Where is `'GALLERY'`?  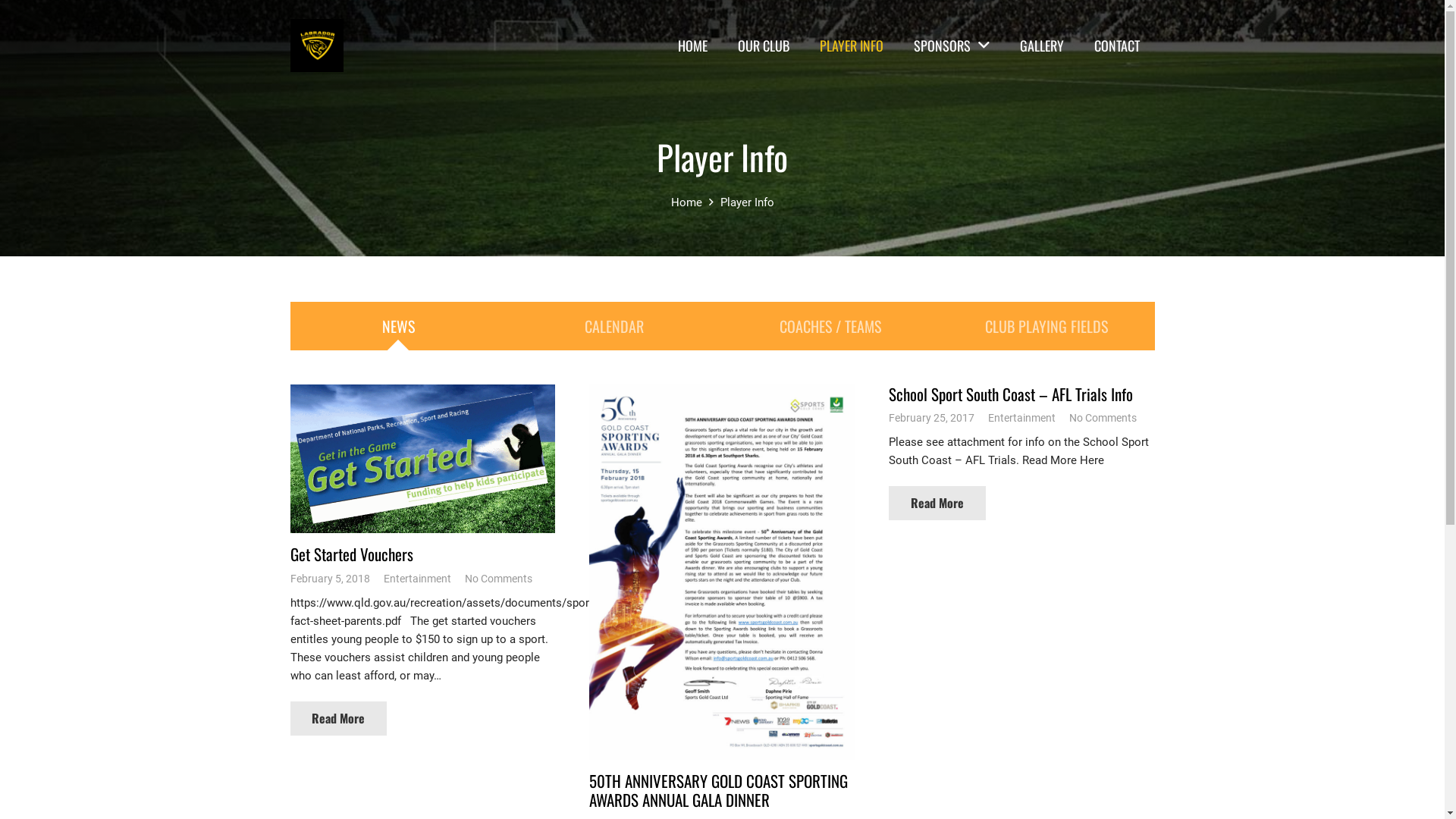 'GALLERY' is located at coordinates (1040, 45).